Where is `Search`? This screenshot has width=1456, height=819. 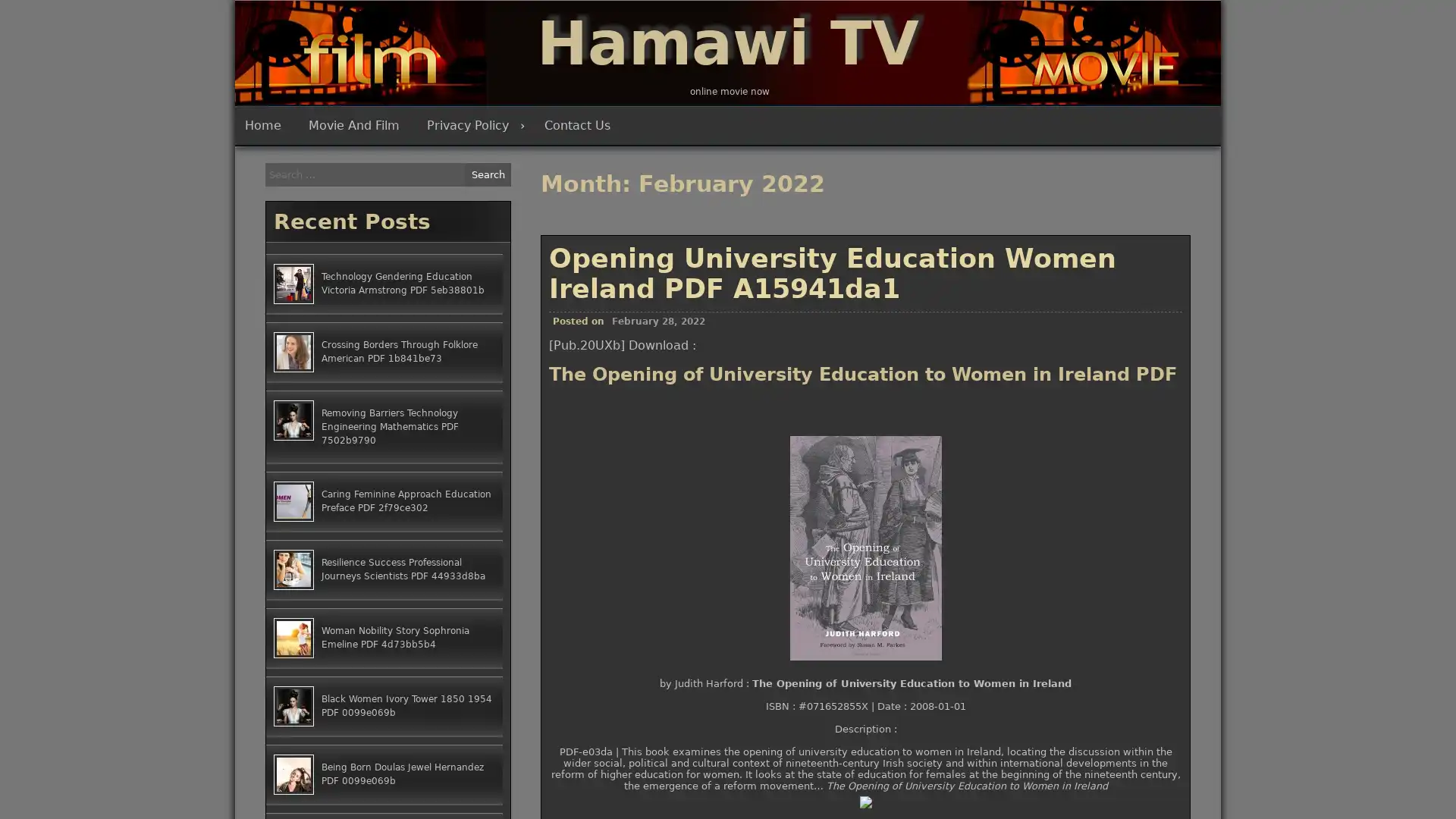 Search is located at coordinates (488, 174).